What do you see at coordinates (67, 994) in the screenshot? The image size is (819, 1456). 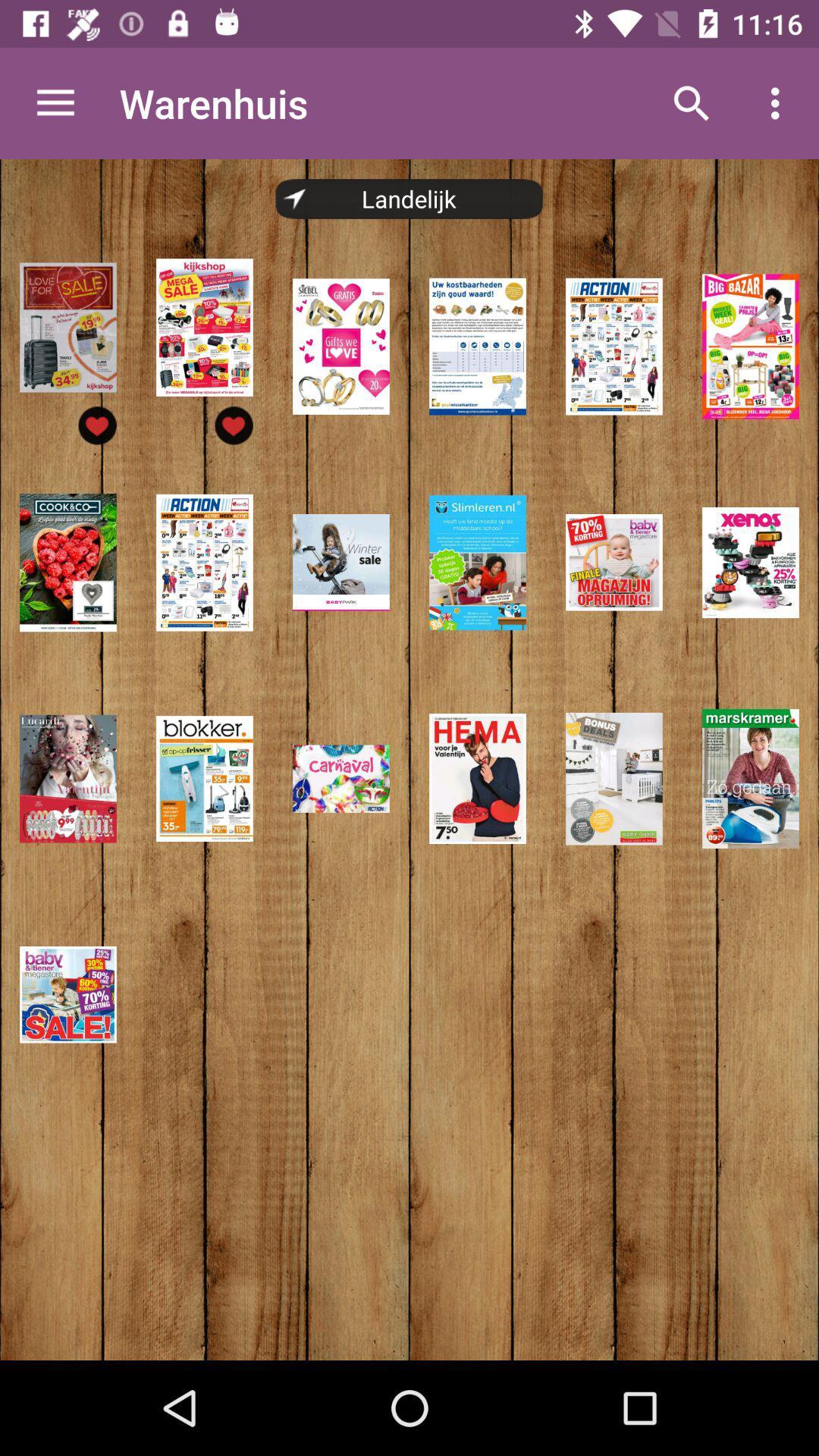 I see `the last image` at bounding box center [67, 994].